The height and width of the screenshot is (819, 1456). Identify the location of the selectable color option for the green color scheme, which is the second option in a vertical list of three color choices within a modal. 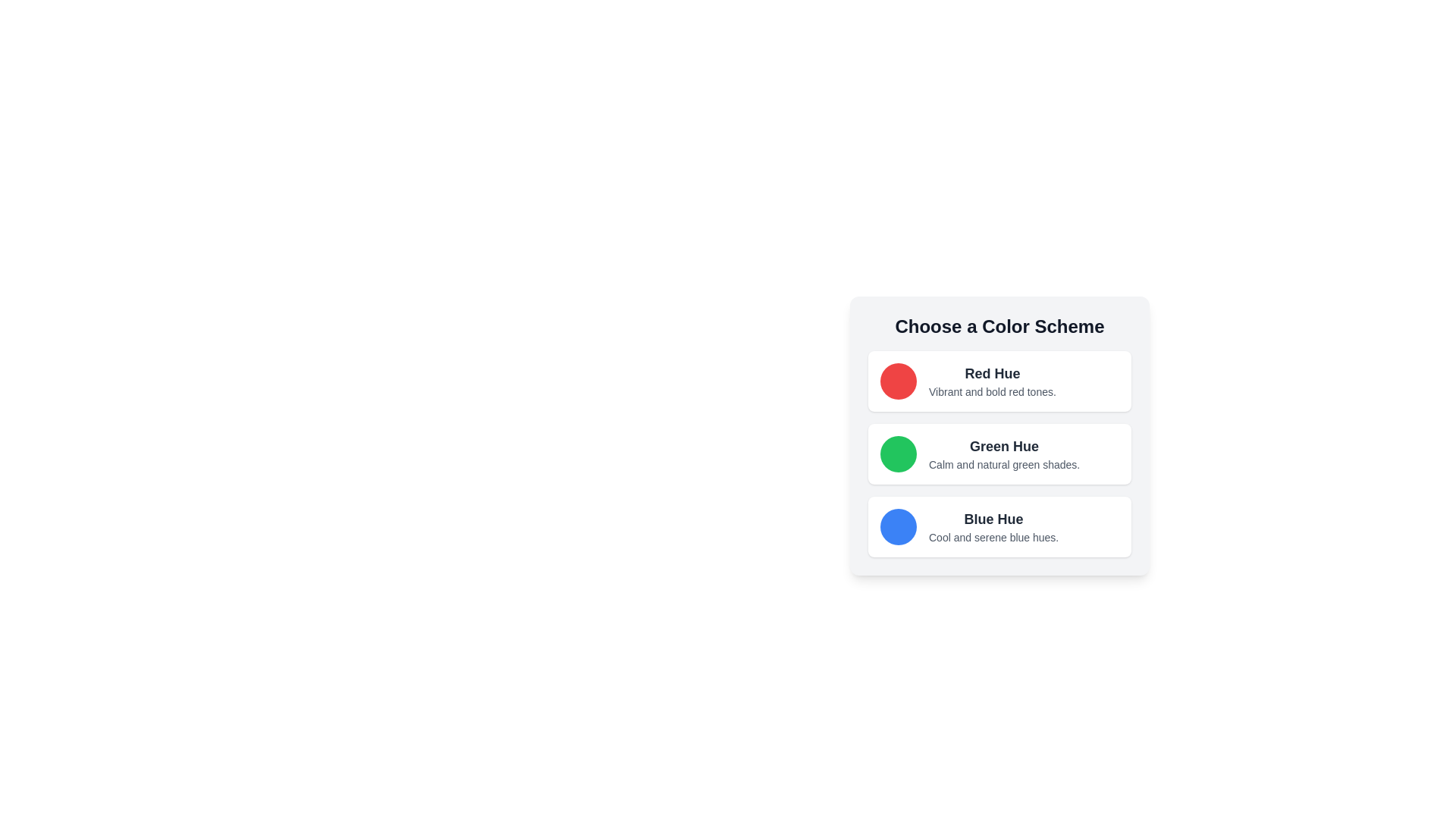
(999, 480).